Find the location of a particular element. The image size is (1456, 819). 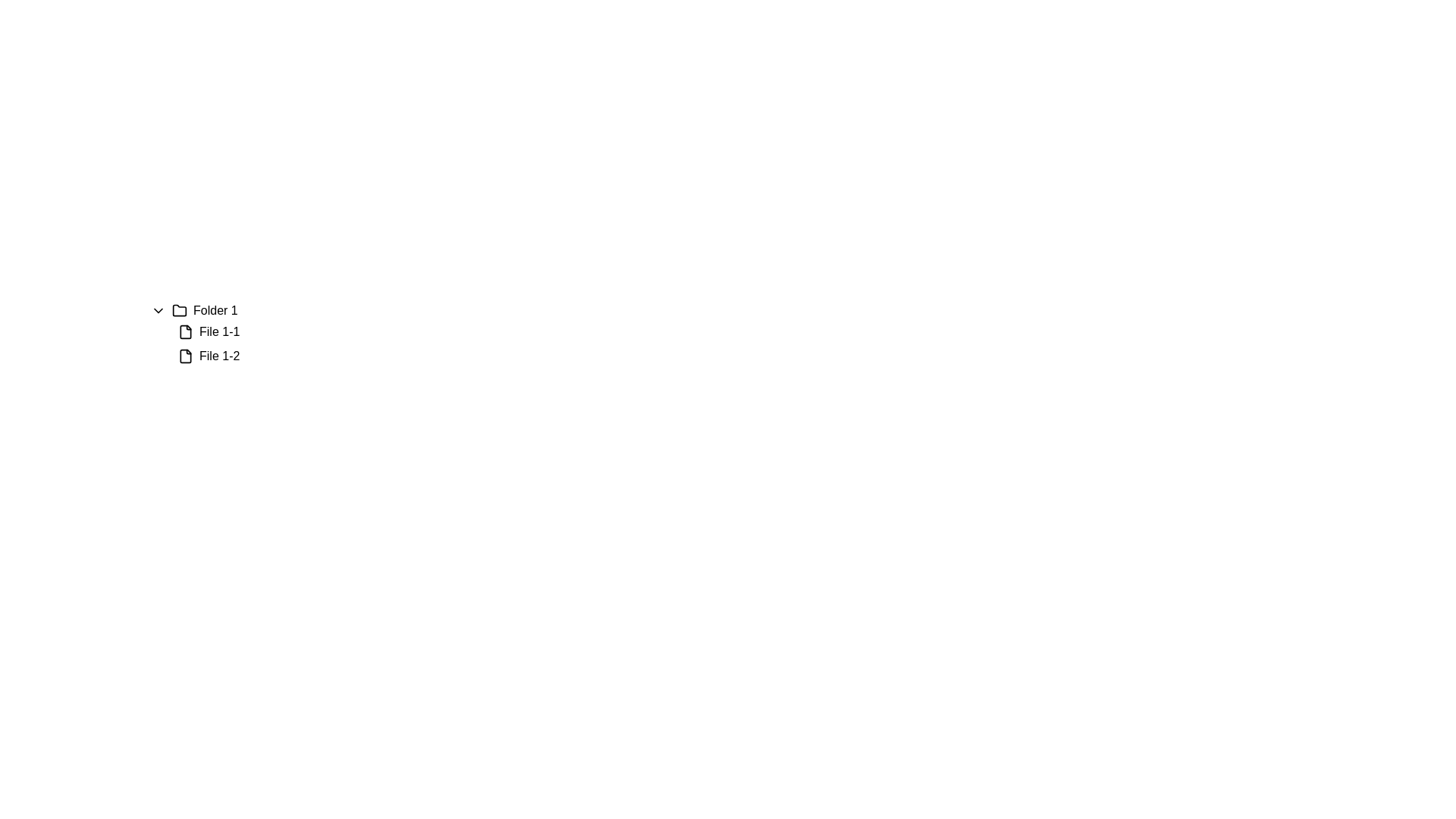

the folder icon with a minimalistic design that has rounded corners and is positioned to the left of the 'Folder 1' label is located at coordinates (179, 309).